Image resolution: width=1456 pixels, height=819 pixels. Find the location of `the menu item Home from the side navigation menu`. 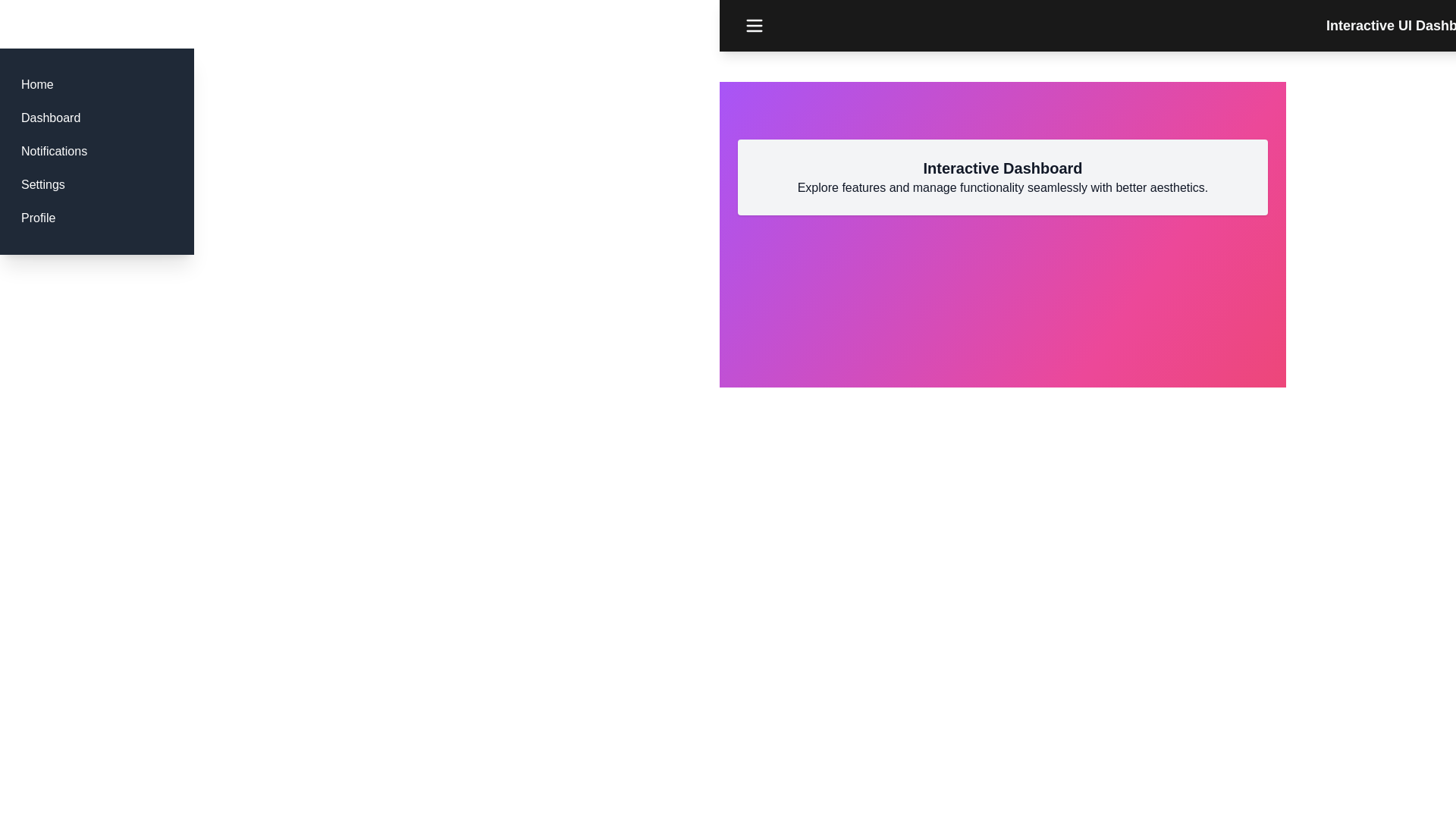

the menu item Home from the side navigation menu is located at coordinates (37, 84).